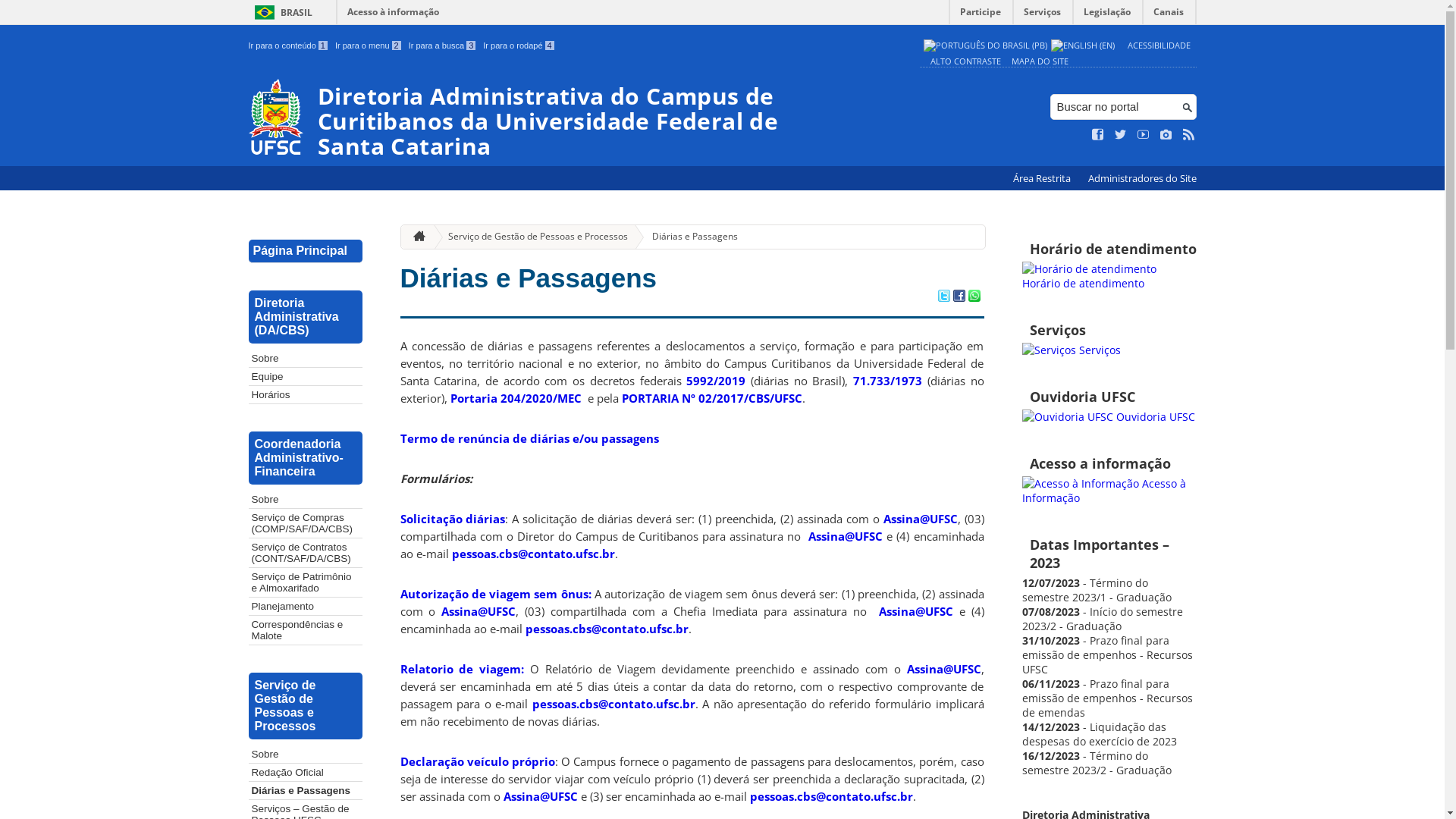  What do you see at coordinates (949, 15) in the screenshot?
I see `'Participe'` at bounding box center [949, 15].